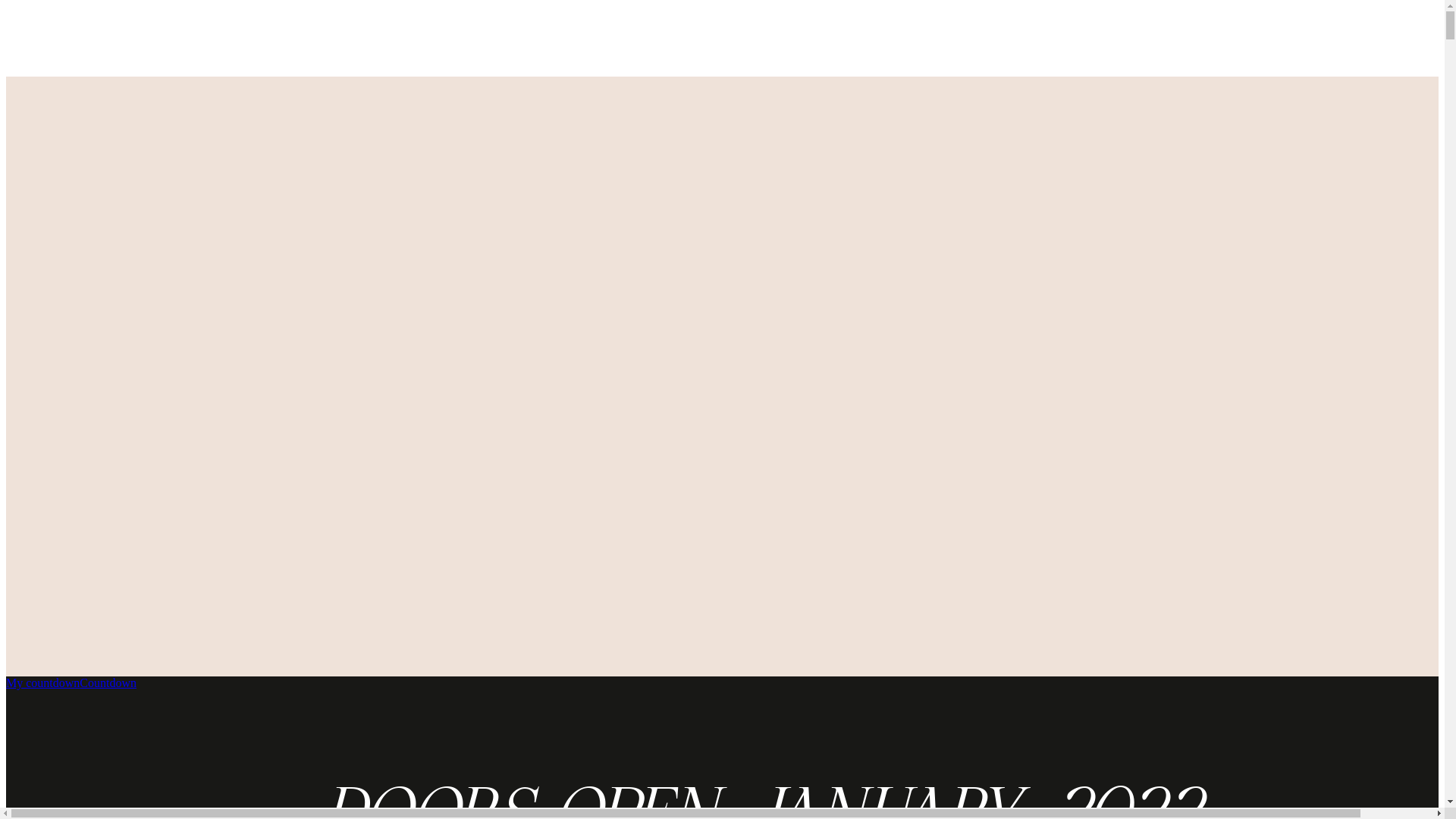 The width and height of the screenshot is (1456, 819). I want to click on 'Countdown', so click(107, 682).